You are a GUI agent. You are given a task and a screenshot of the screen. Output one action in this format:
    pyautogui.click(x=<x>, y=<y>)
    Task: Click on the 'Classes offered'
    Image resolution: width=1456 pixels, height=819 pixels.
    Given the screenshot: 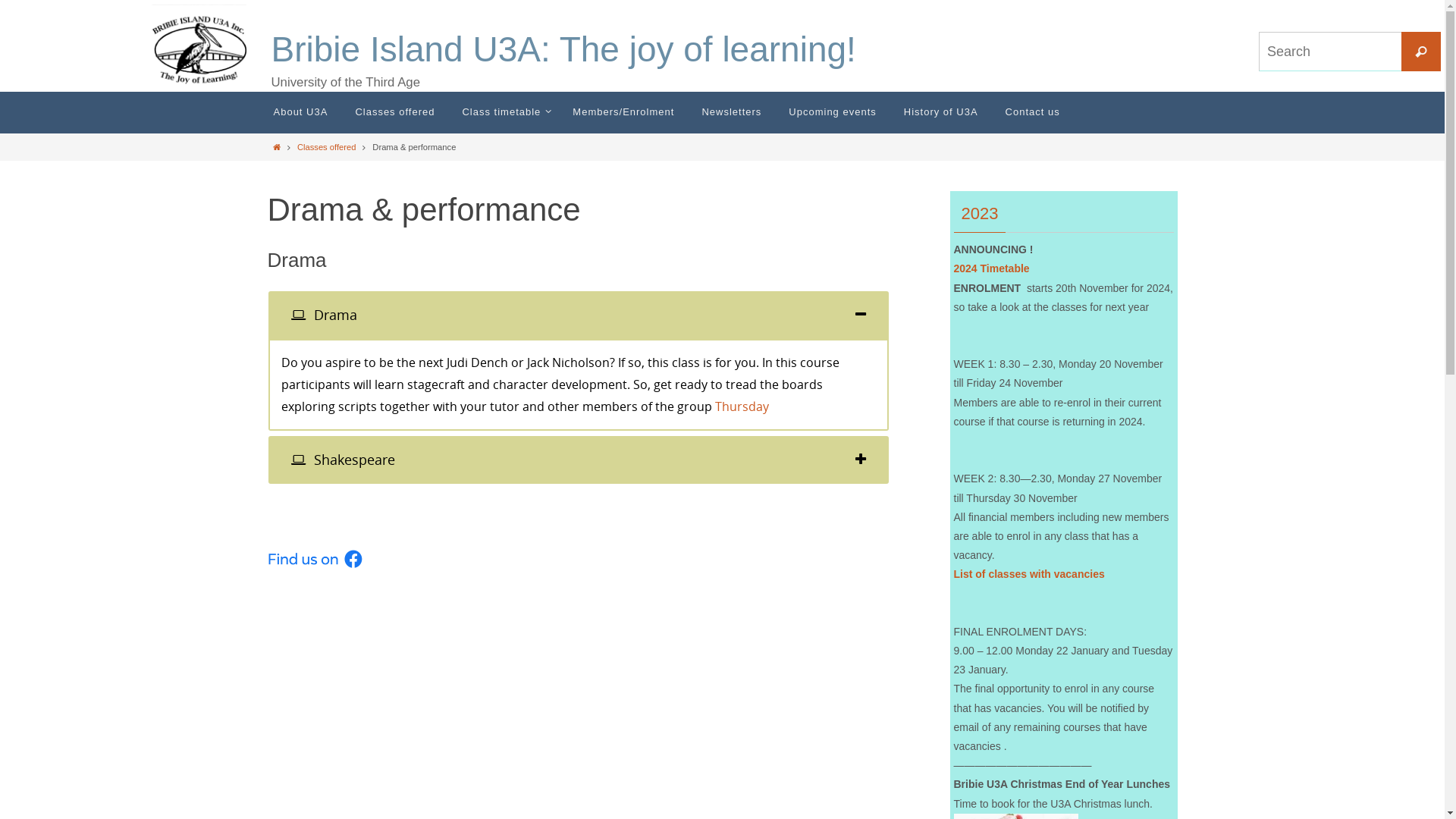 What is the action you would take?
    pyautogui.click(x=297, y=146)
    